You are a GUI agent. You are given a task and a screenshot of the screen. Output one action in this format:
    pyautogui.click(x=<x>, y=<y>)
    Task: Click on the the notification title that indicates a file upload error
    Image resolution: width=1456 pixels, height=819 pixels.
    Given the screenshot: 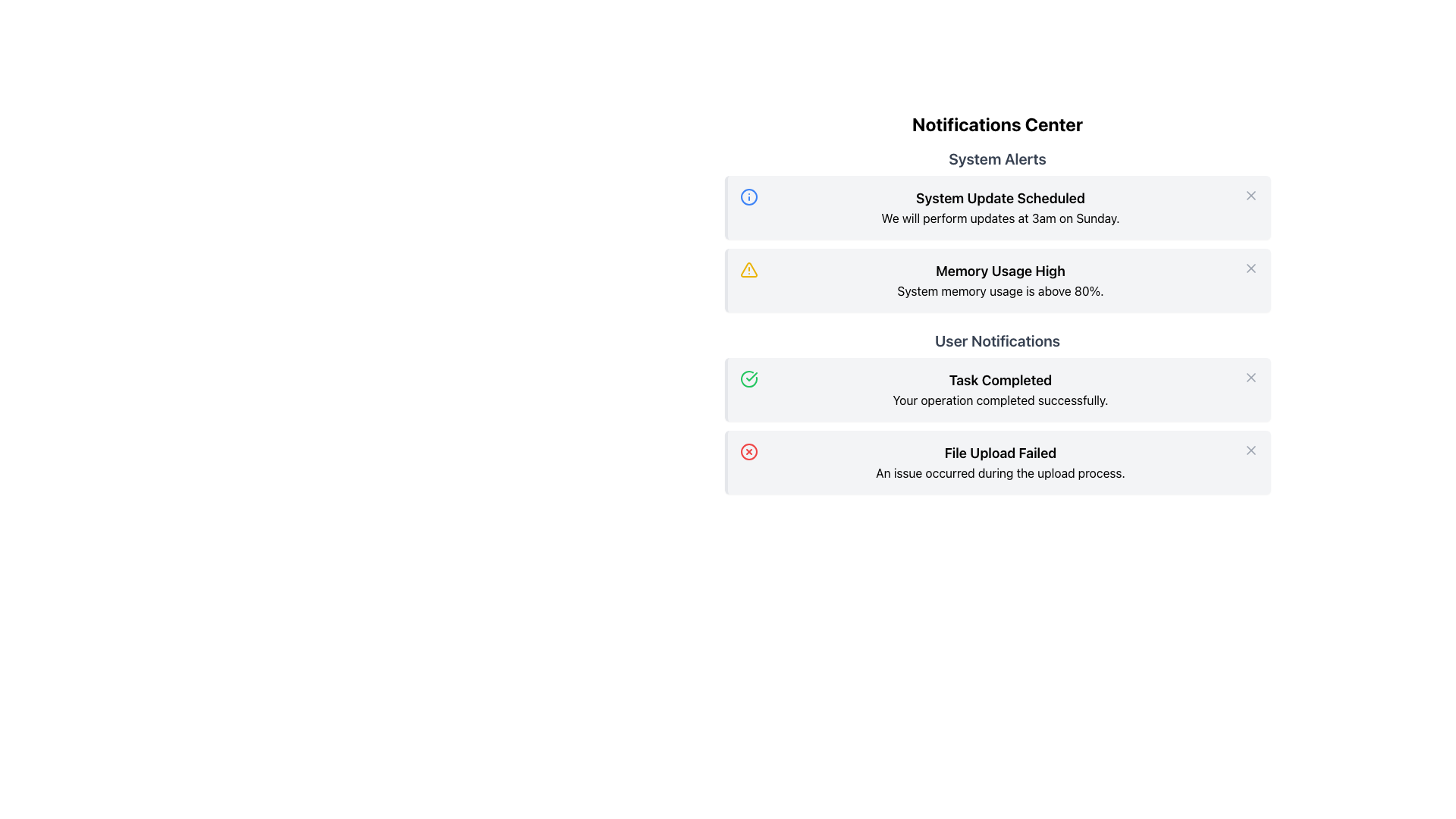 What is the action you would take?
    pyautogui.click(x=1000, y=452)
    